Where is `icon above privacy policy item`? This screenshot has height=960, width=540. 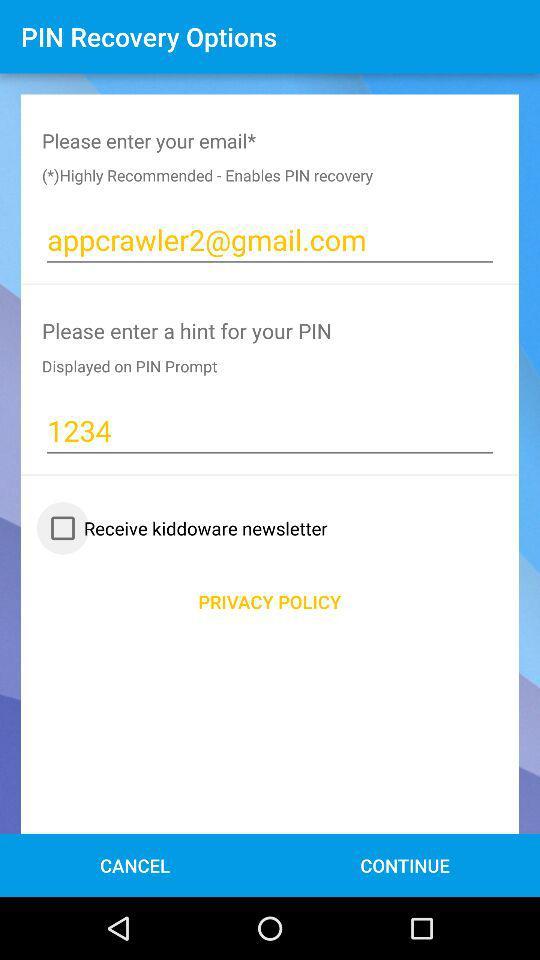 icon above privacy policy item is located at coordinates (184, 527).